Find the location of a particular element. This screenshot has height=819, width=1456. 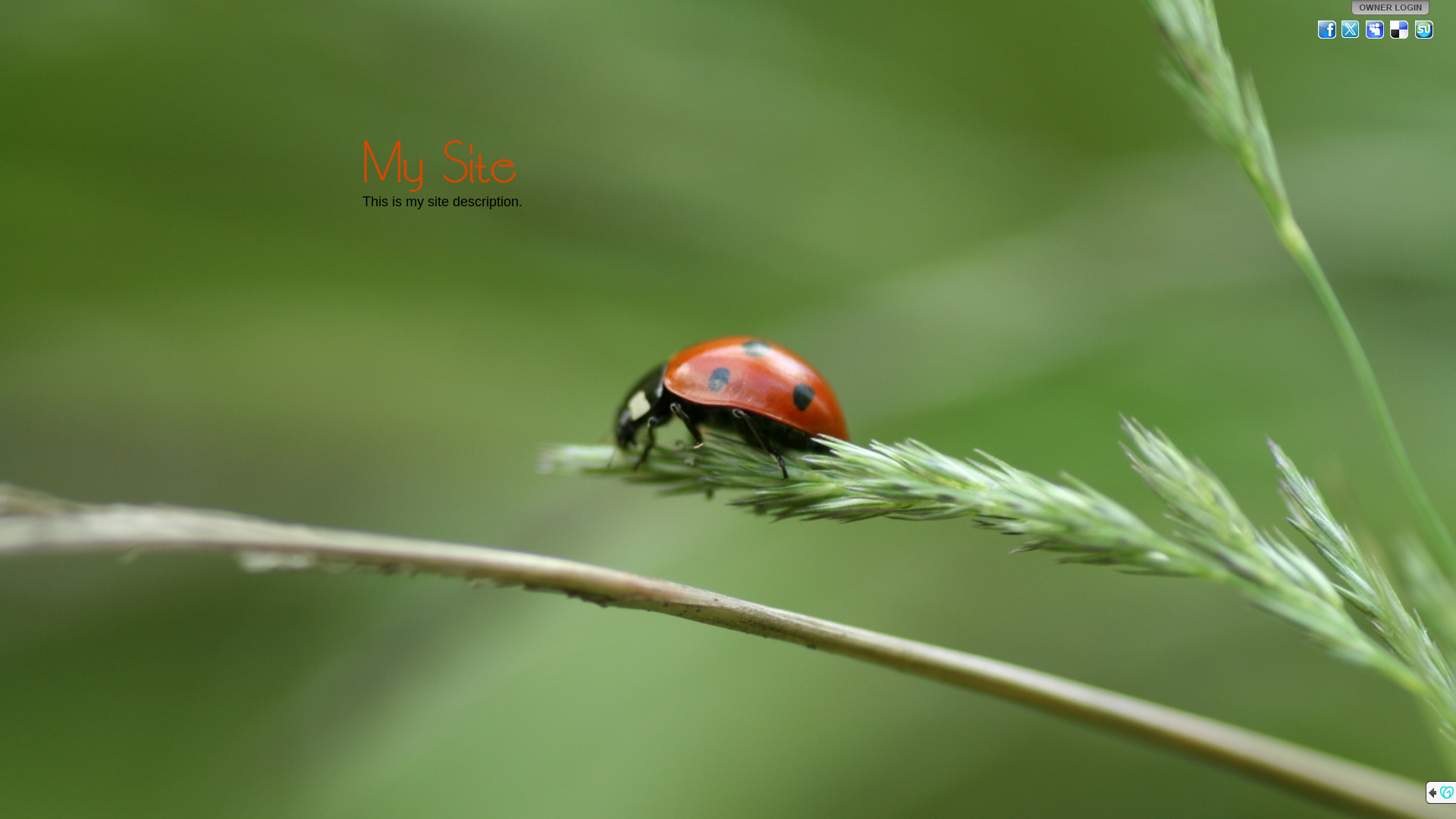

'StumbleUpon' is located at coordinates (1423, 29).